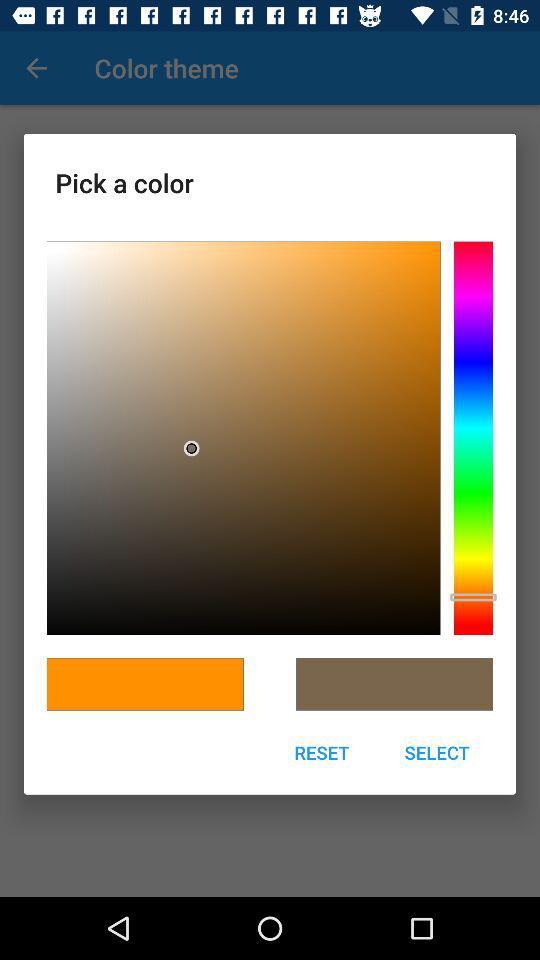  I want to click on the icon next to select, so click(321, 751).